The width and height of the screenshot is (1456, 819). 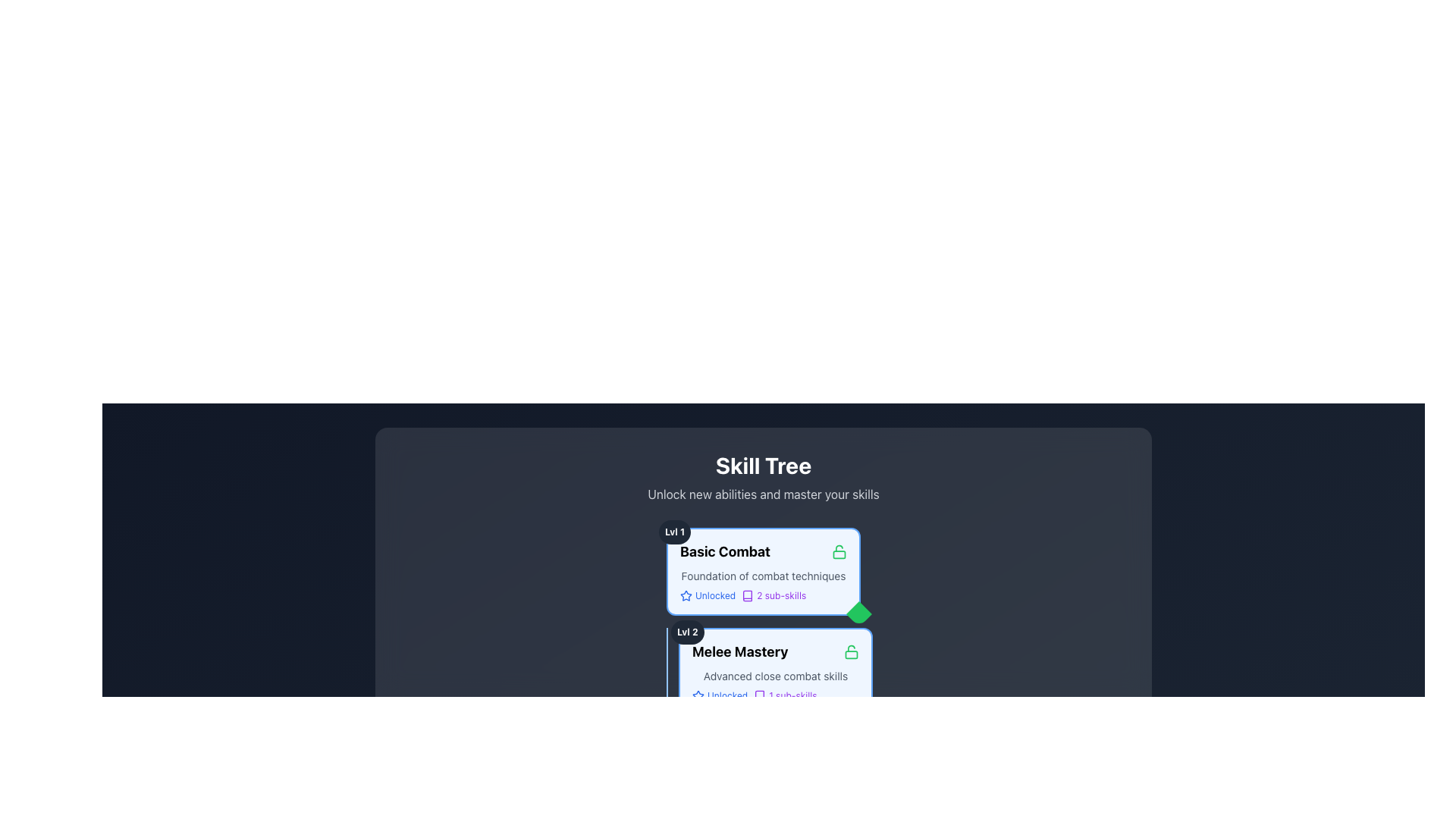 What do you see at coordinates (839, 554) in the screenshot?
I see `rounded-corner rectangle inside the lock icon of the 'Basic Combat' skill box located at the top right side` at bounding box center [839, 554].